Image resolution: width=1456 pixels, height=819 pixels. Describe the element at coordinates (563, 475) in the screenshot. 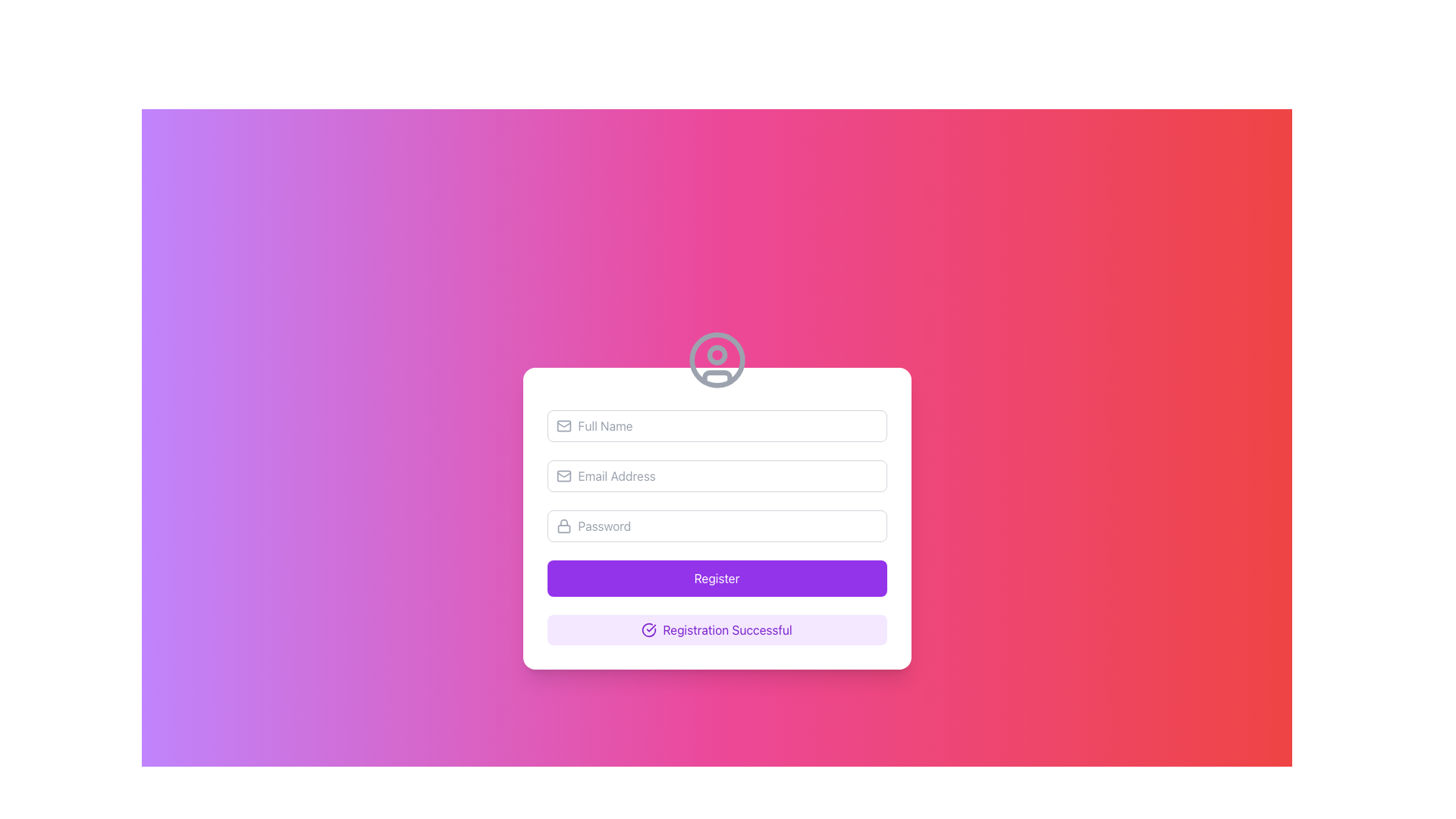

I see `the mail icon located within the input field labeled 'Email Address', which is positioned on the far left side of the field` at that location.